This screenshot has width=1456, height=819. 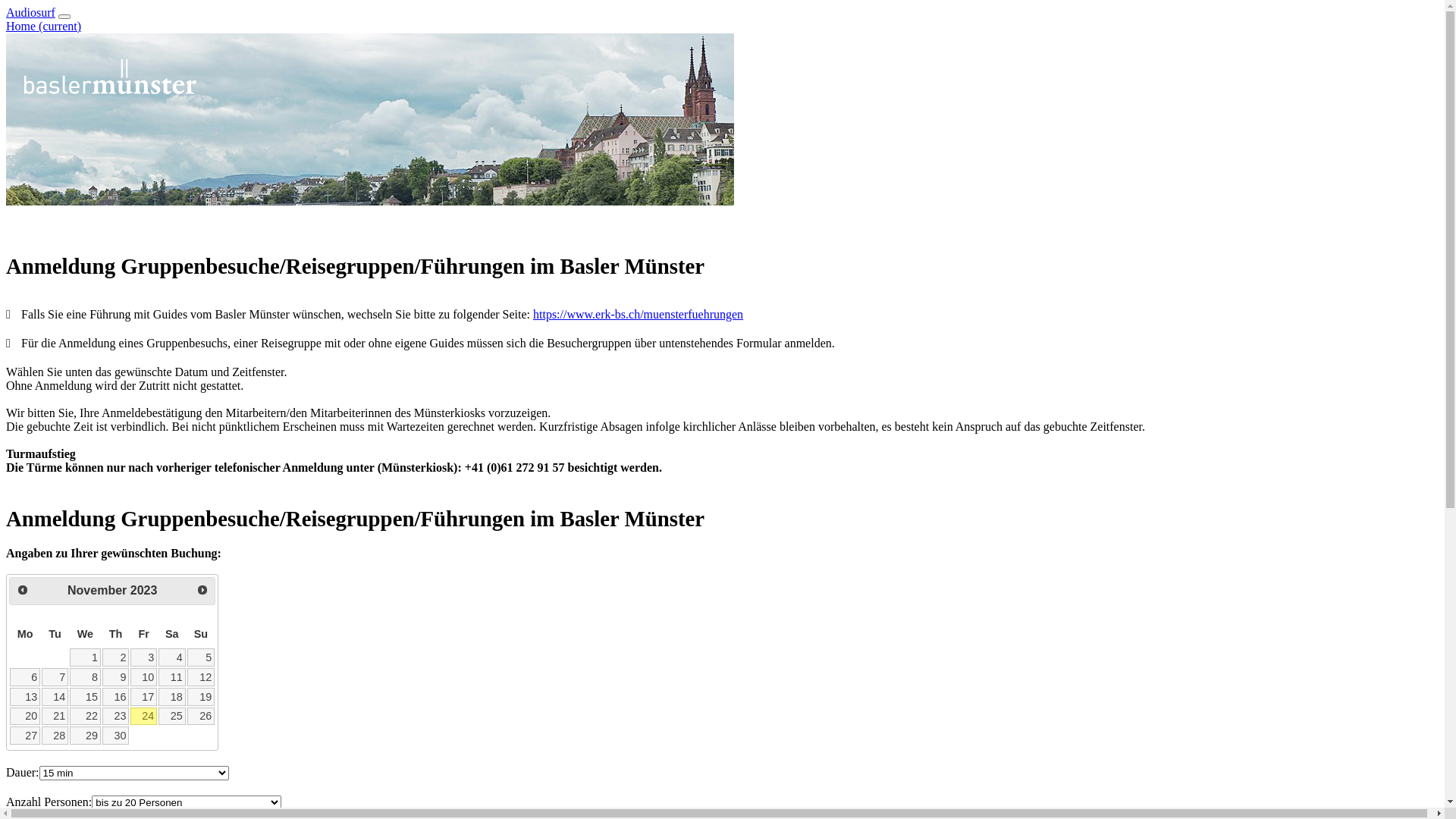 I want to click on '20', so click(x=25, y=717).